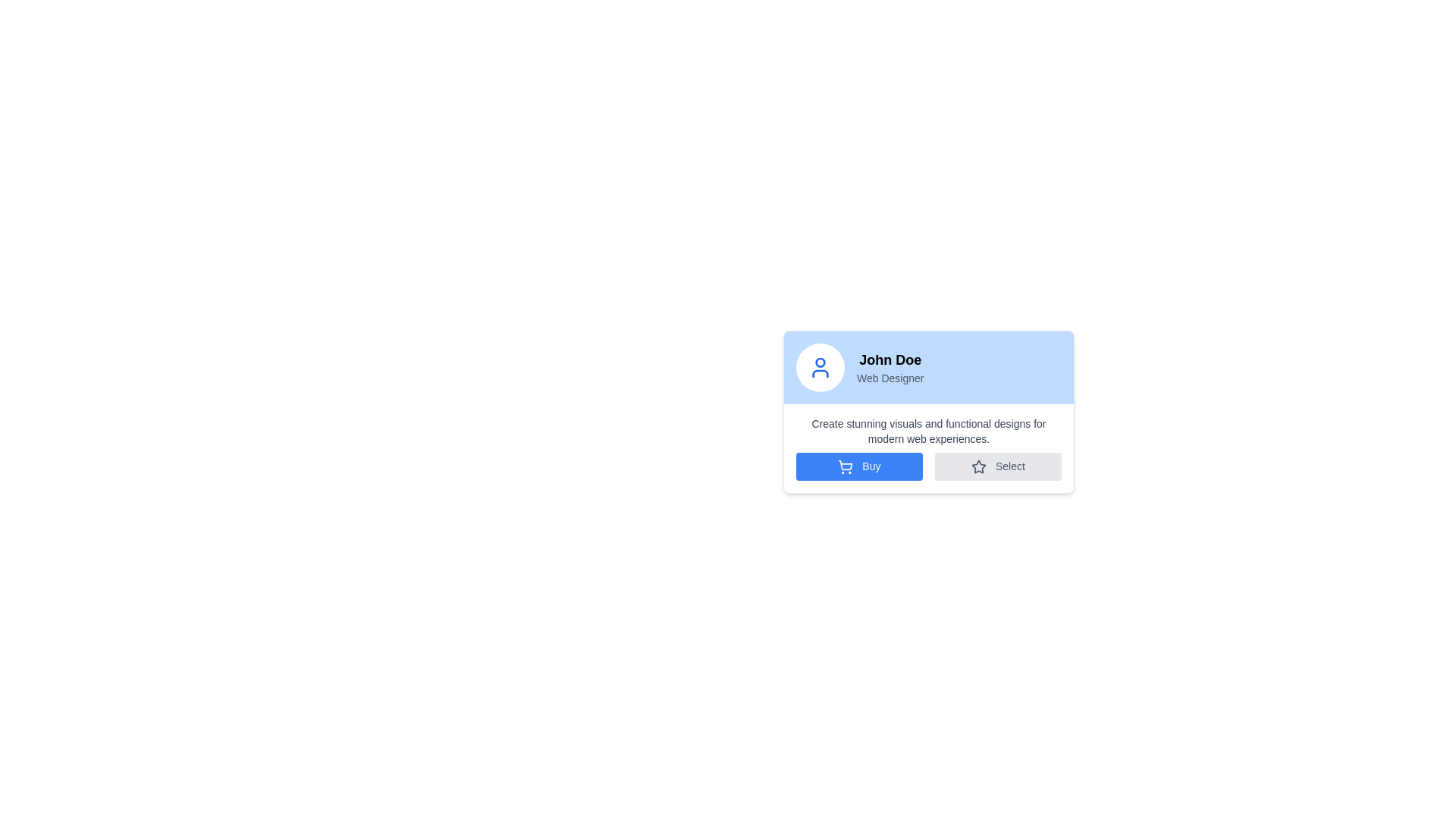 This screenshot has height=819, width=1456. What do you see at coordinates (927, 431) in the screenshot?
I see `the descriptive text element providing context about the web designer 'John Doe', which is located under the header section and above the buttons 'Buy' and 'Select'` at bounding box center [927, 431].